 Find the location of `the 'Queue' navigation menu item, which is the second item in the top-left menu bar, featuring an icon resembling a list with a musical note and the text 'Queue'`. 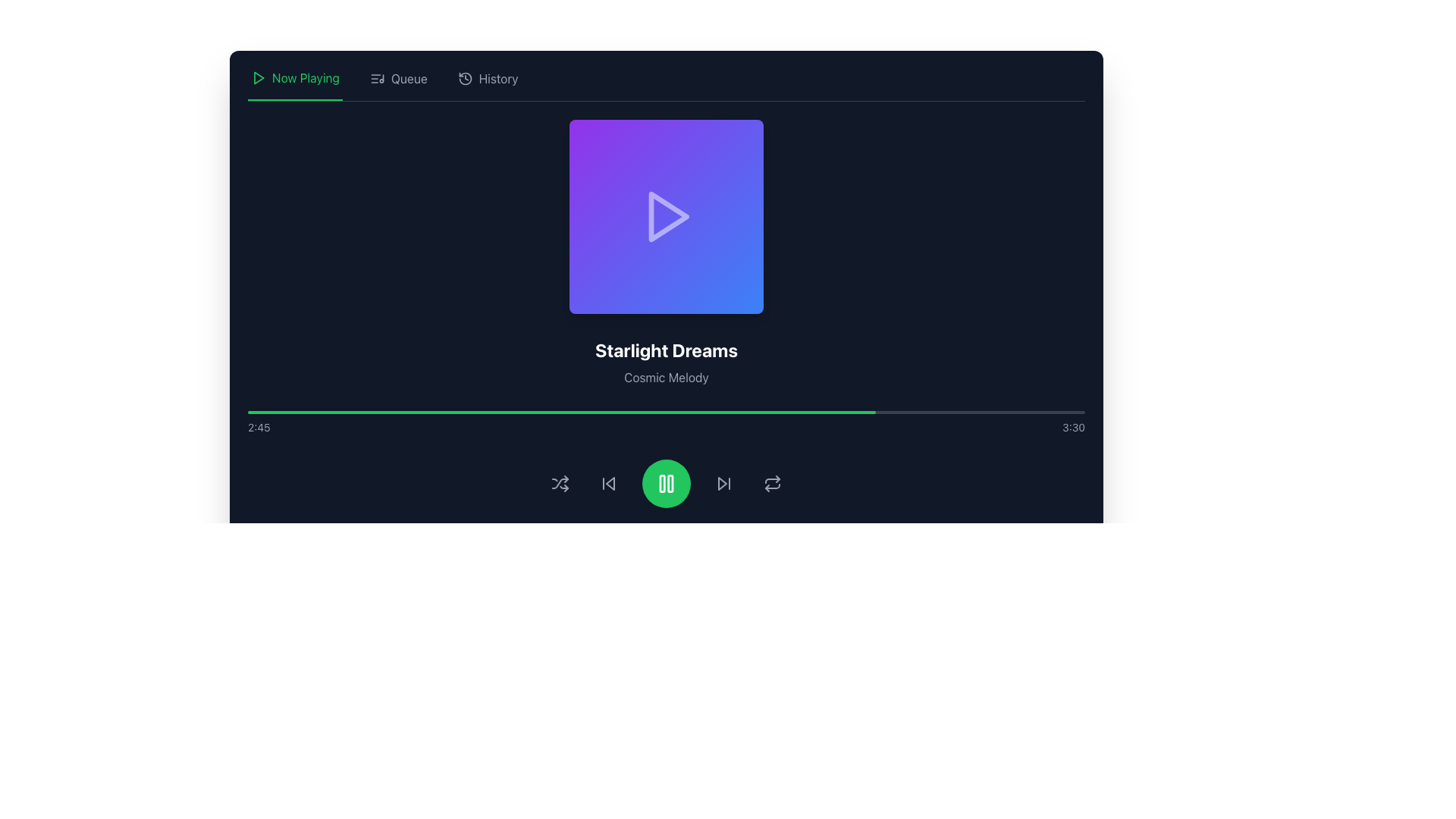

the 'Queue' navigation menu item, which is the second item in the top-left menu bar, featuring an icon resembling a list with a musical note and the text 'Queue' is located at coordinates (398, 84).